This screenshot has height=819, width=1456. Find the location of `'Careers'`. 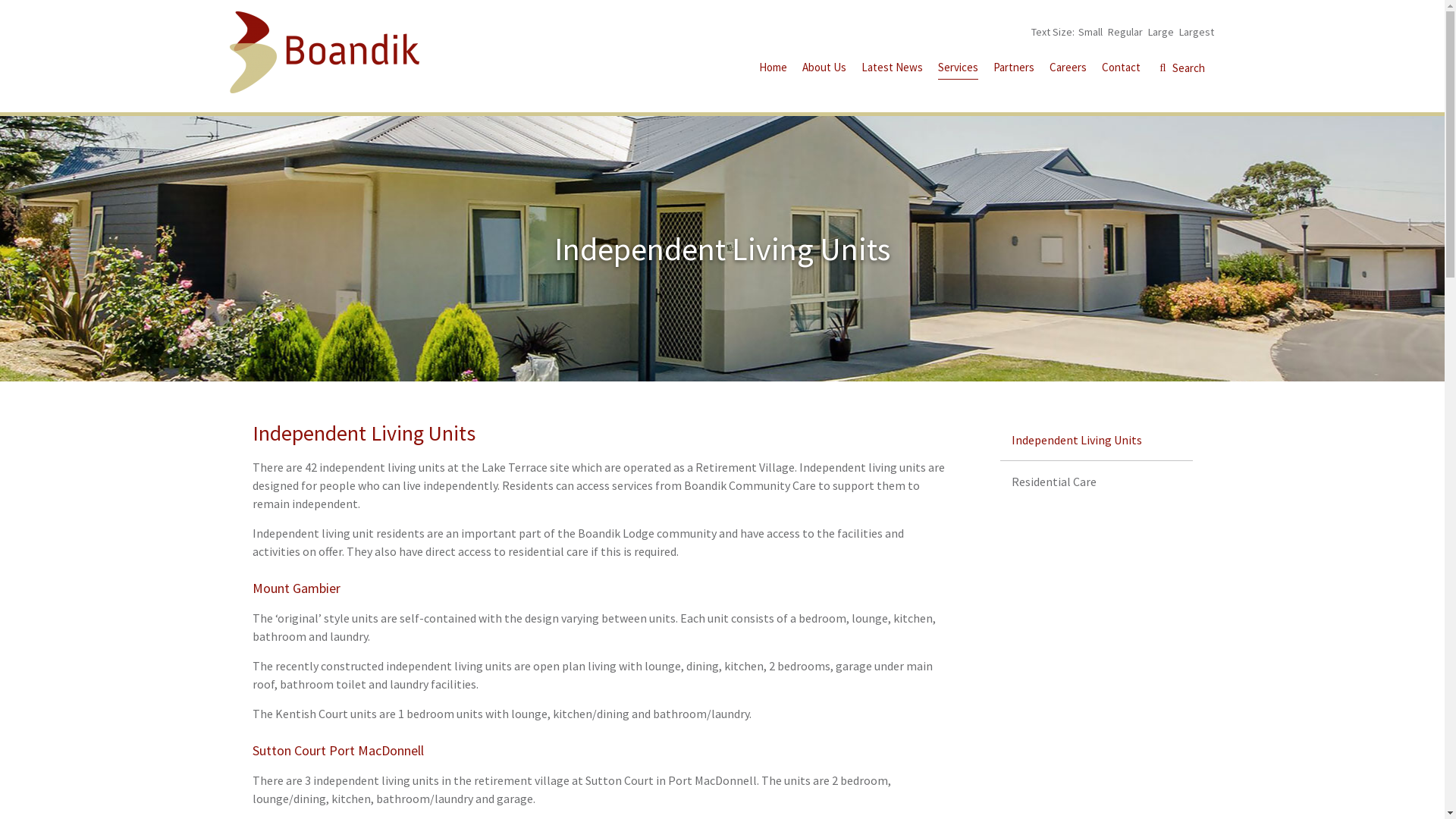

'Careers' is located at coordinates (1067, 69).